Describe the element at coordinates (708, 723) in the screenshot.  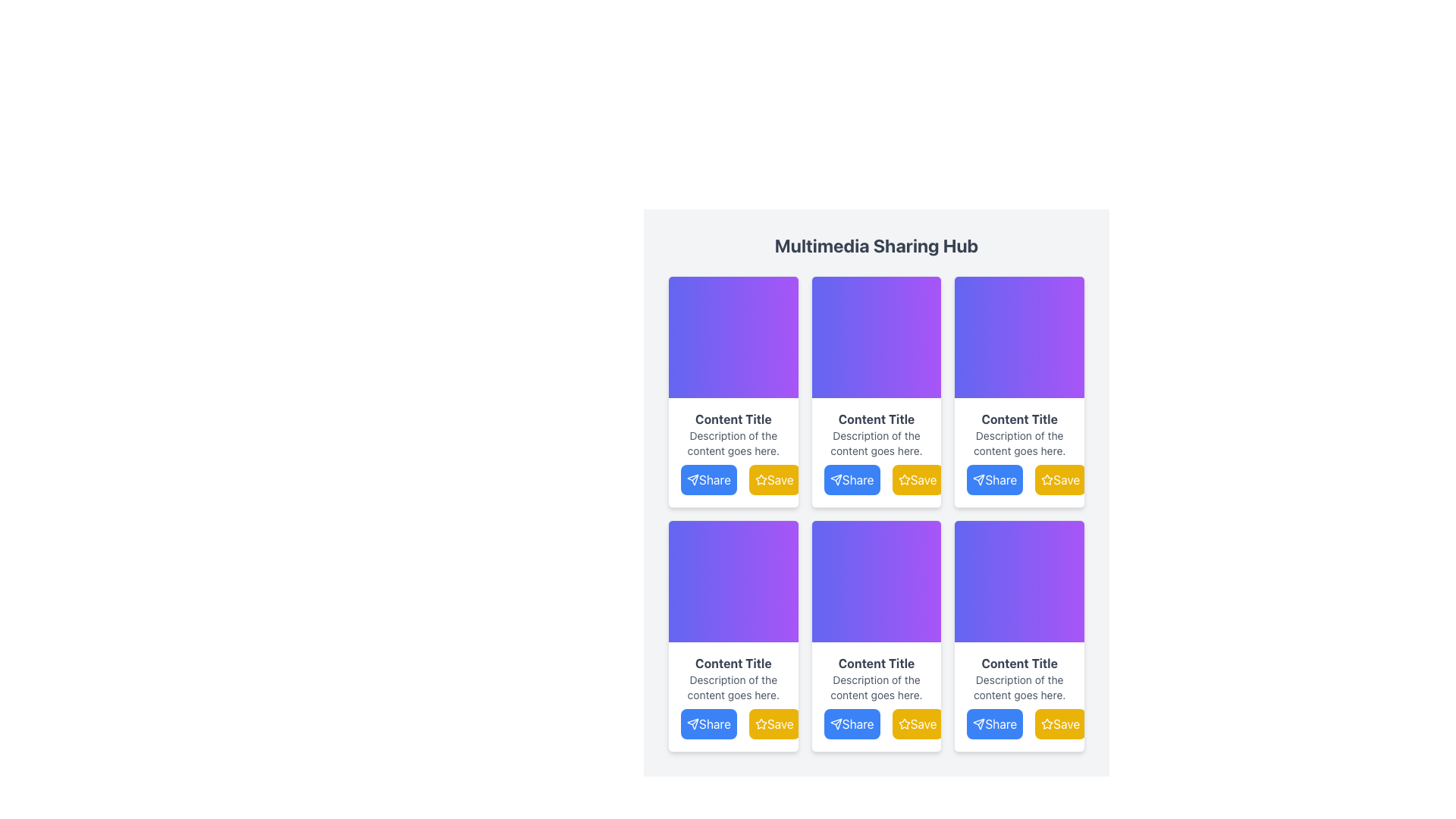
I see `the 'Share' button, which is a blue rectangular button with white text and a paper plane icon, located at the bottom left of a content card in the second row and first column of a 3x3 grid layout` at that location.